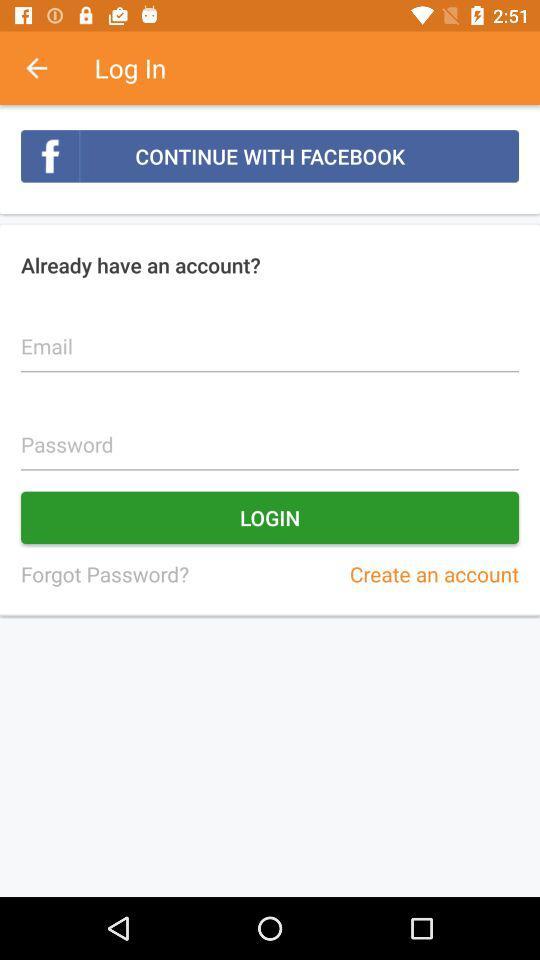  Describe the element at coordinates (270, 433) in the screenshot. I see `password` at that location.